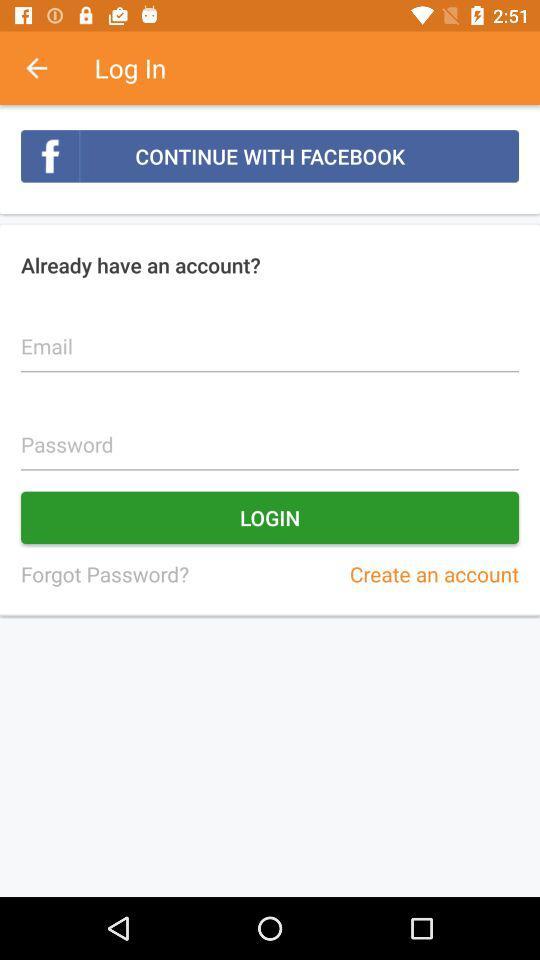  Describe the element at coordinates (270, 433) in the screenshot. I see `password` at that location.